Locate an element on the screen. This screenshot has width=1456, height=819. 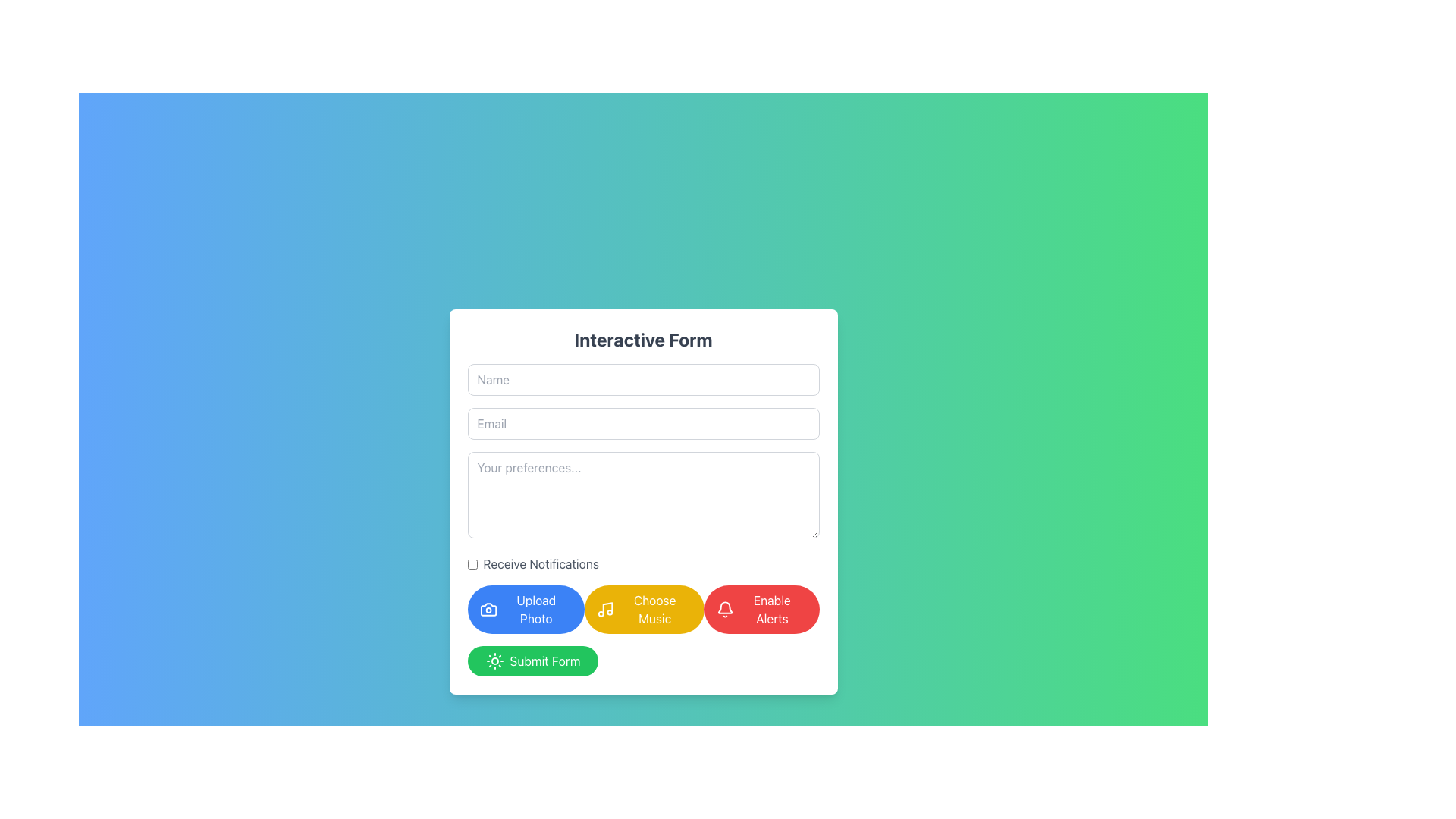
the camera icon inside the blue rounded rectangle button labeled 'Upload Photo', which is the first button from the left in a row of four buttons below the form is located at coordinates (488, 608).